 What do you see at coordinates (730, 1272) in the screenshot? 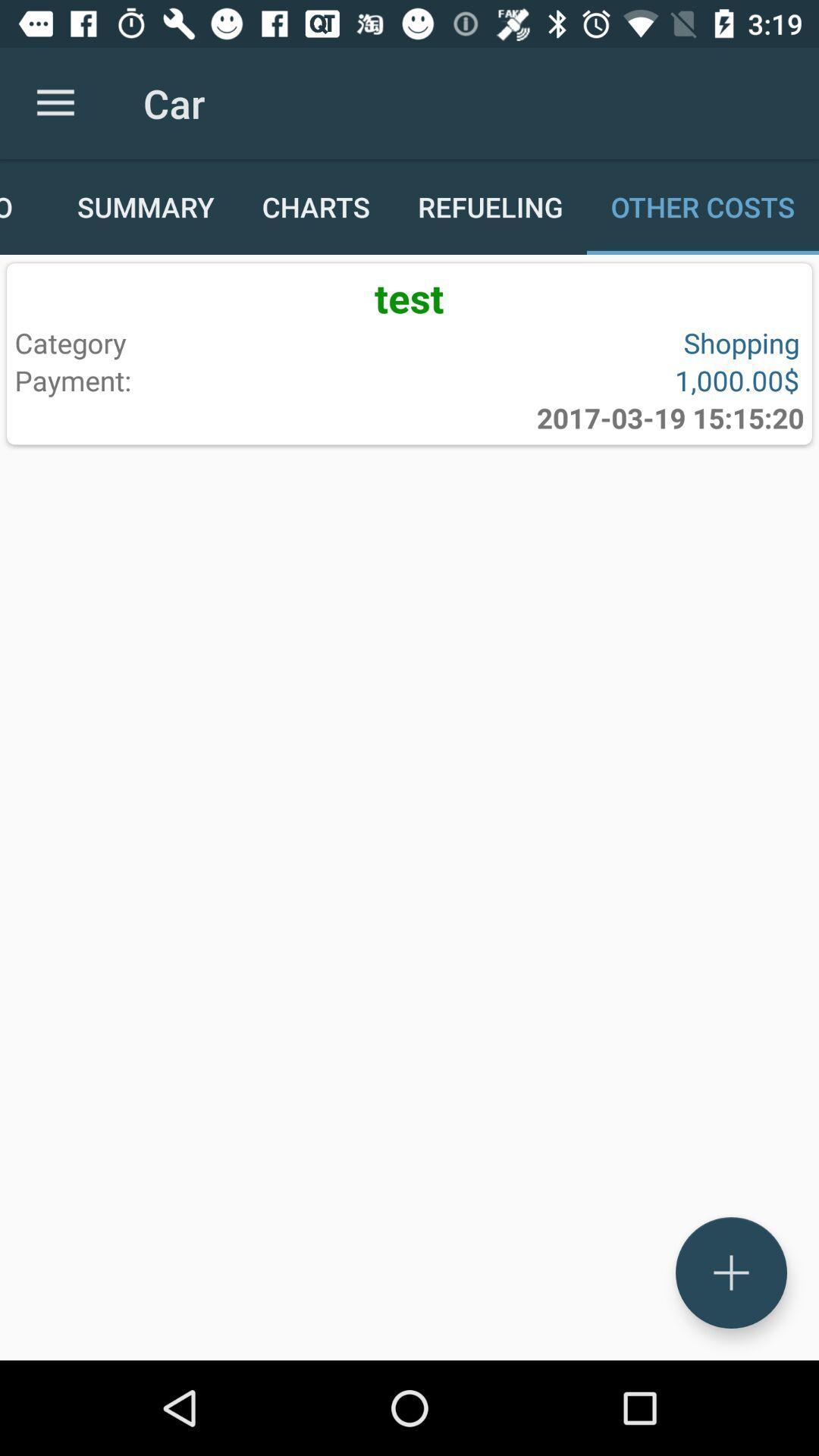
I see `the add icon` at bounding box center [730, 1272].